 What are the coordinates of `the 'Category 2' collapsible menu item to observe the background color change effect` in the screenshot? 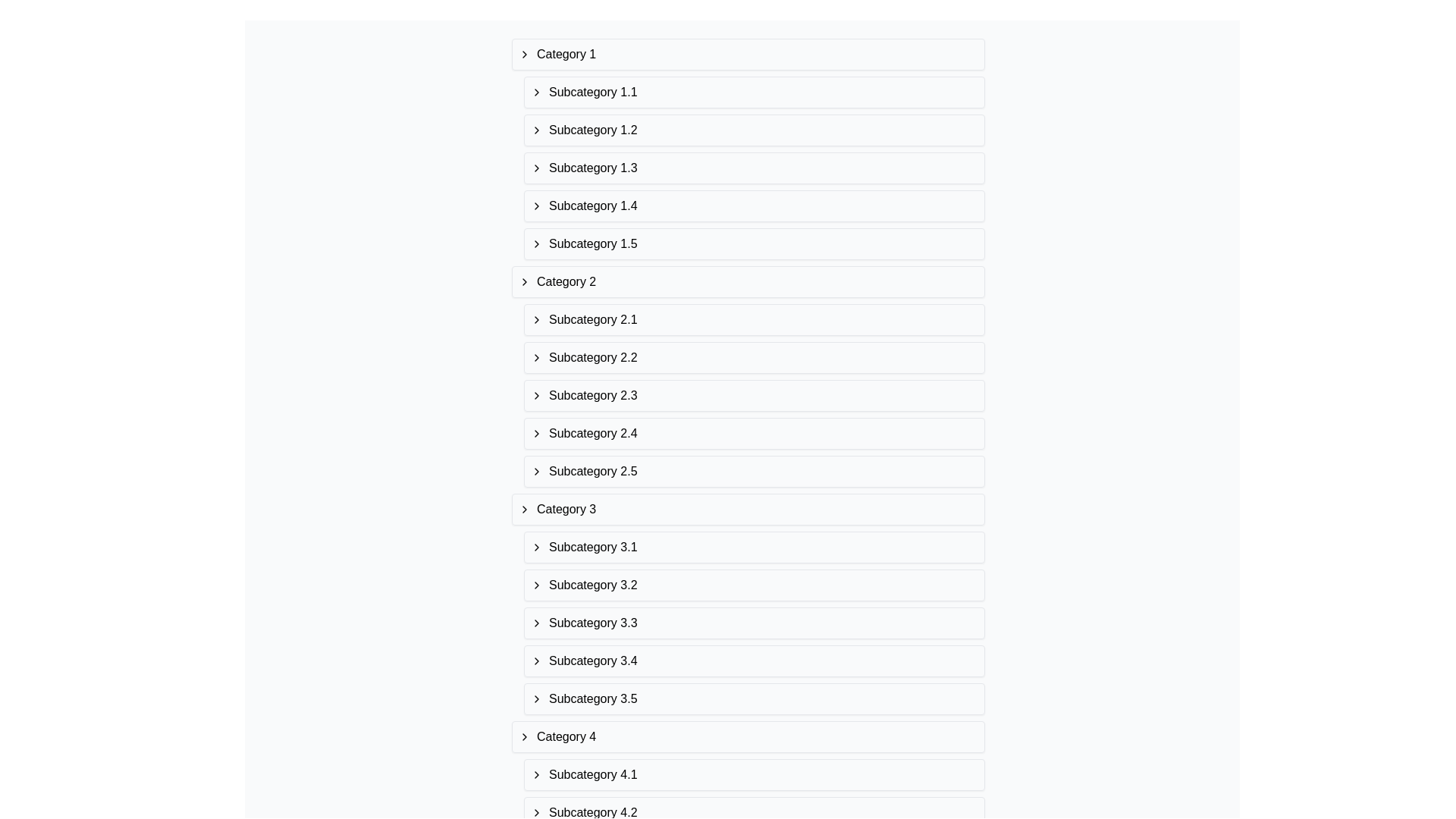 It's located at (748, 281).